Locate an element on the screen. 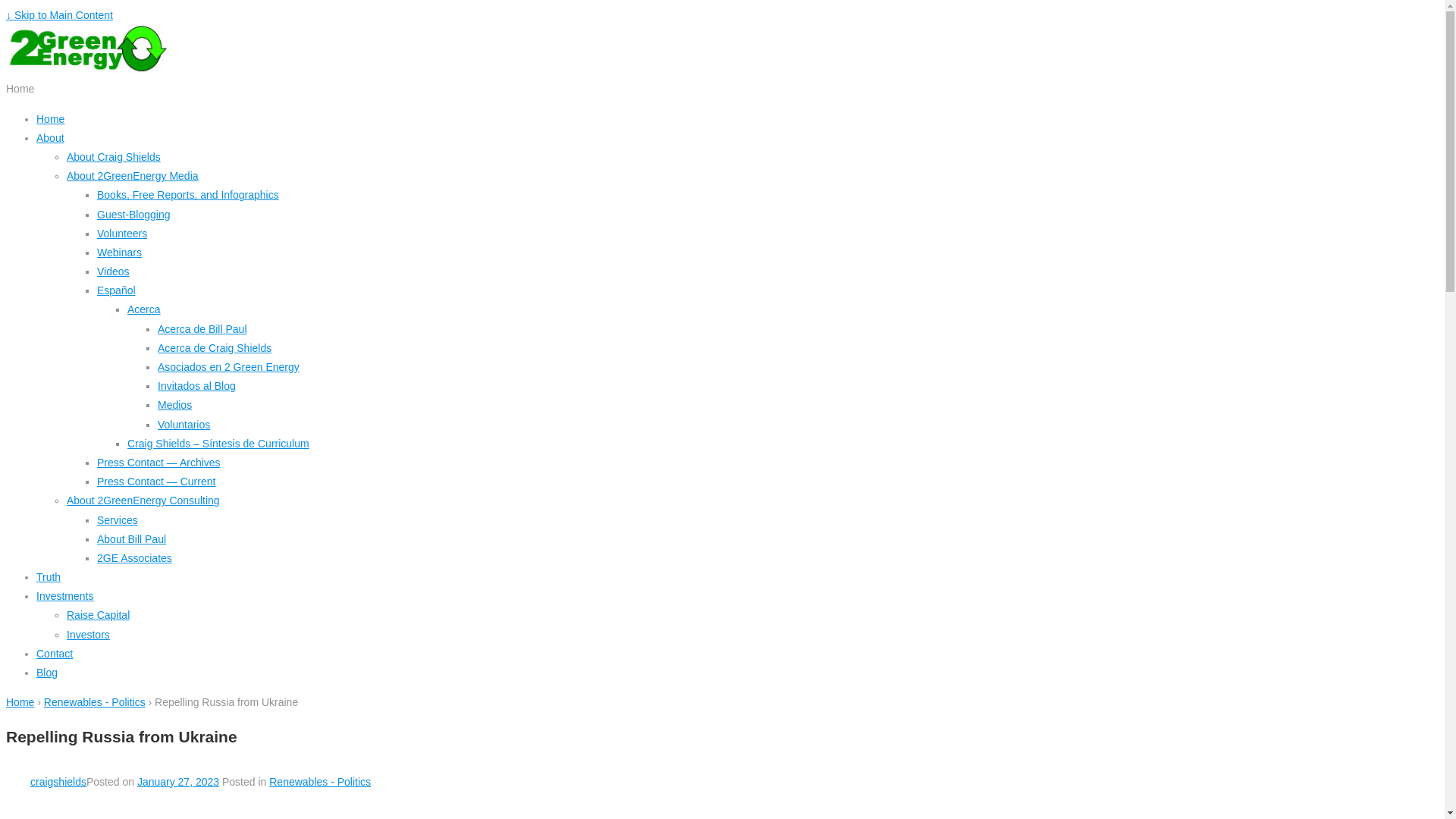 The height and width of the screenshot is (819, 1456). 'Home' is located at coordinates (20, 701).